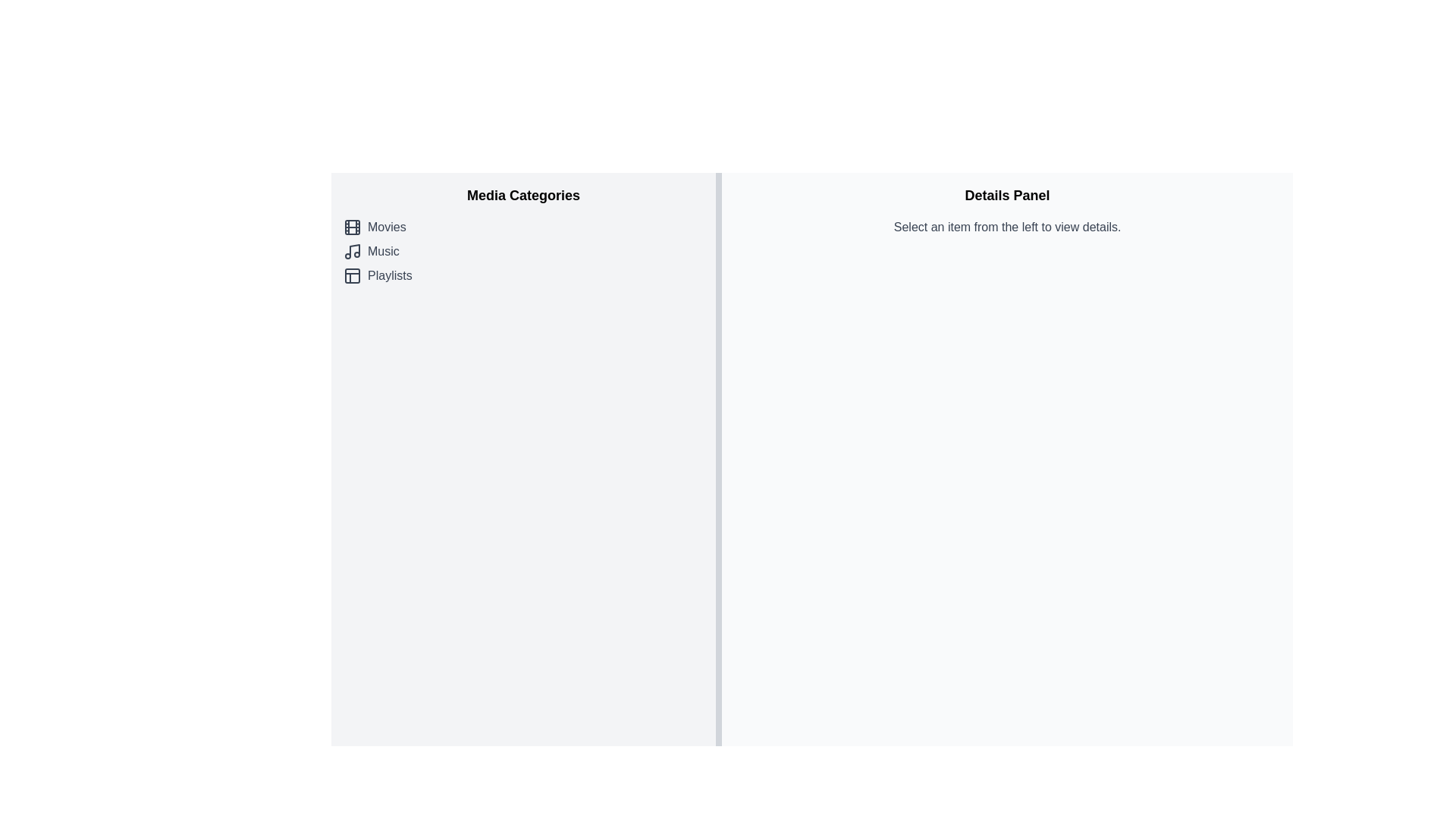 The height and width of the screenshot is (819, 1456). What do you see at coordinates (352, 250) in the screenshot?
I see `the musical note icon` at bounding box center [352, 250].